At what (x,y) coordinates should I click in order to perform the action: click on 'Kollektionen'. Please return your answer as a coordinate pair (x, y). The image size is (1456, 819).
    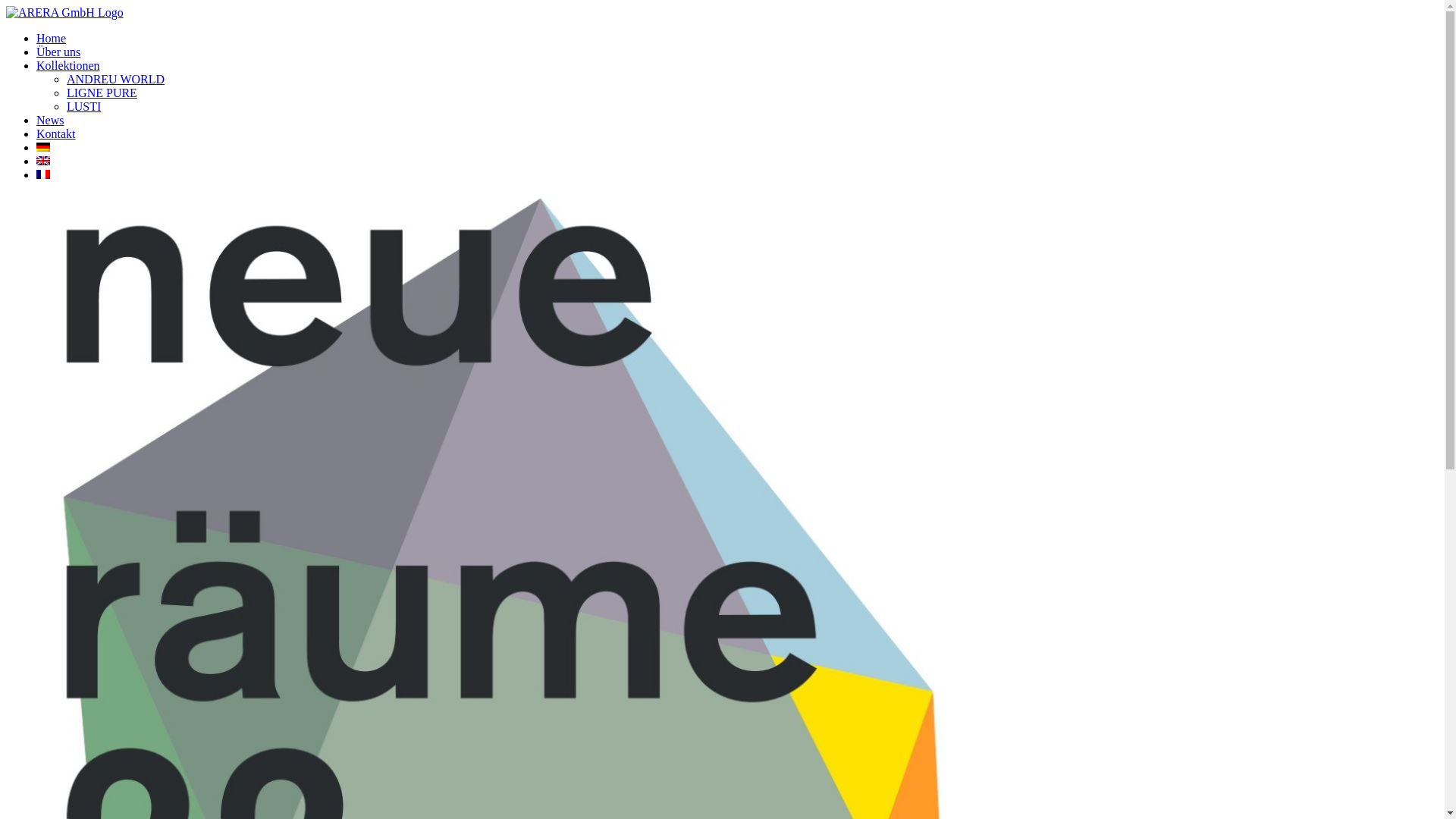
    Looking at the image, I should click on (67, 64).